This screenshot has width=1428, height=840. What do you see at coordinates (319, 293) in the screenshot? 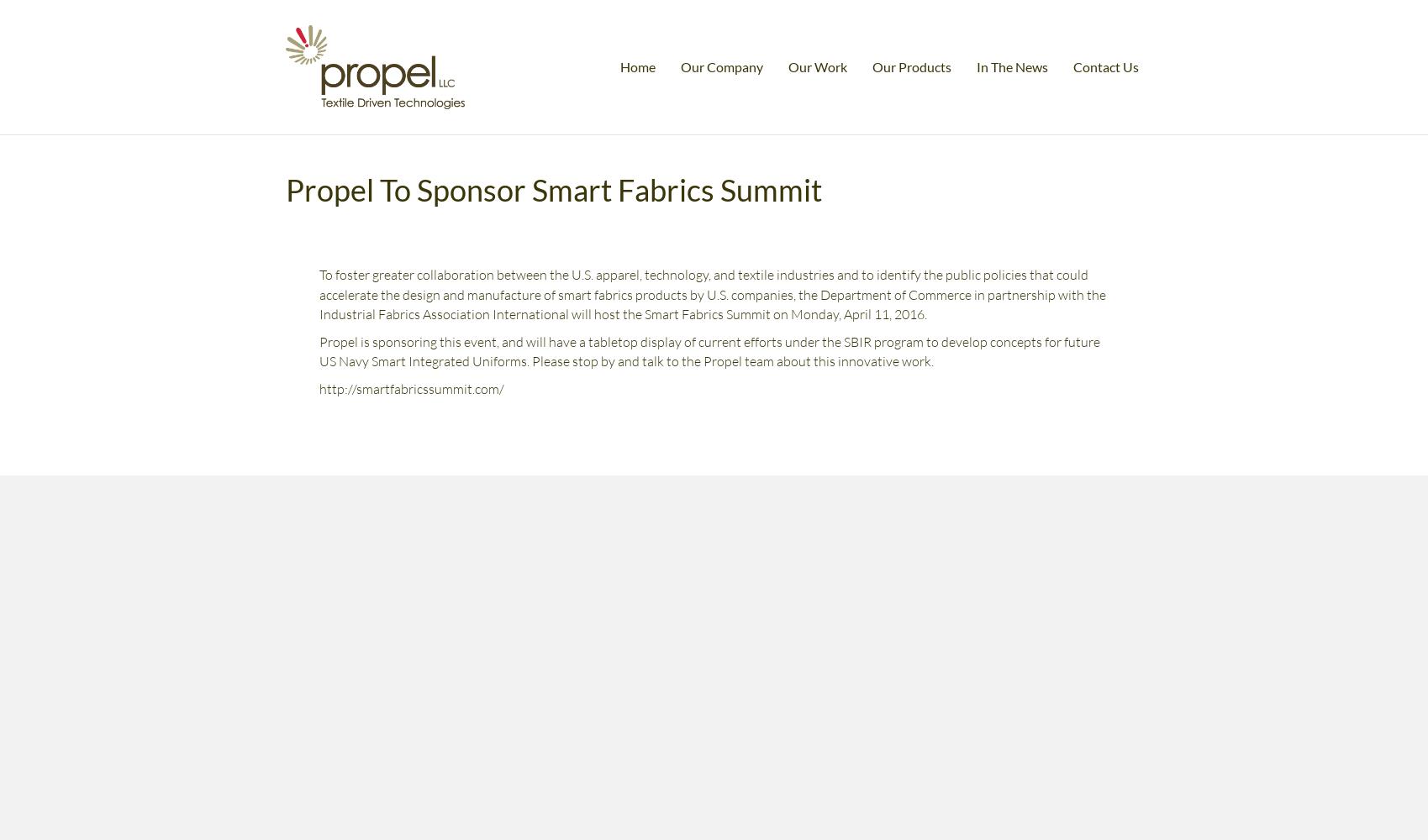
I see `'To foster greater collaboration between the U.S. apparel, technology, and textile industries and to identify the public policies that could accelerate the design and manufacture of smart fabrics products by U.S. companies, the Department of Commerce in partnership with the Industrial Fabrics Association International will host the Smart Fabrics Summit on Monday, April 11, 2016.'` at bounding box center [319, 293].